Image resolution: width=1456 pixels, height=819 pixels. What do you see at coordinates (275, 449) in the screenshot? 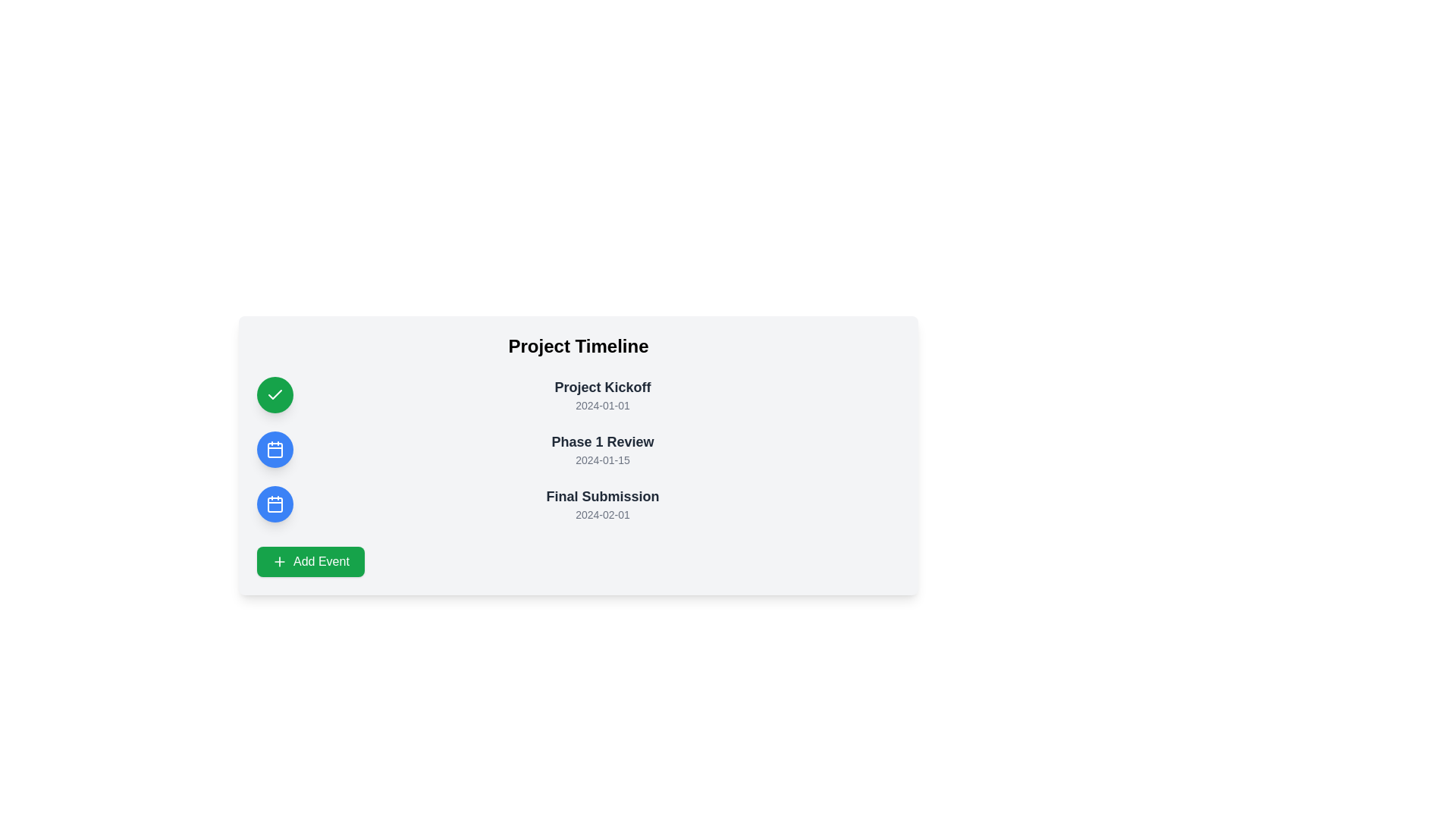
I see `the 'Phase 1 Review' button located second from the top in the vertical stack on the left side of the 'Project Timeline' panel to interact with the associated phase` at bounding box center [275, 449].